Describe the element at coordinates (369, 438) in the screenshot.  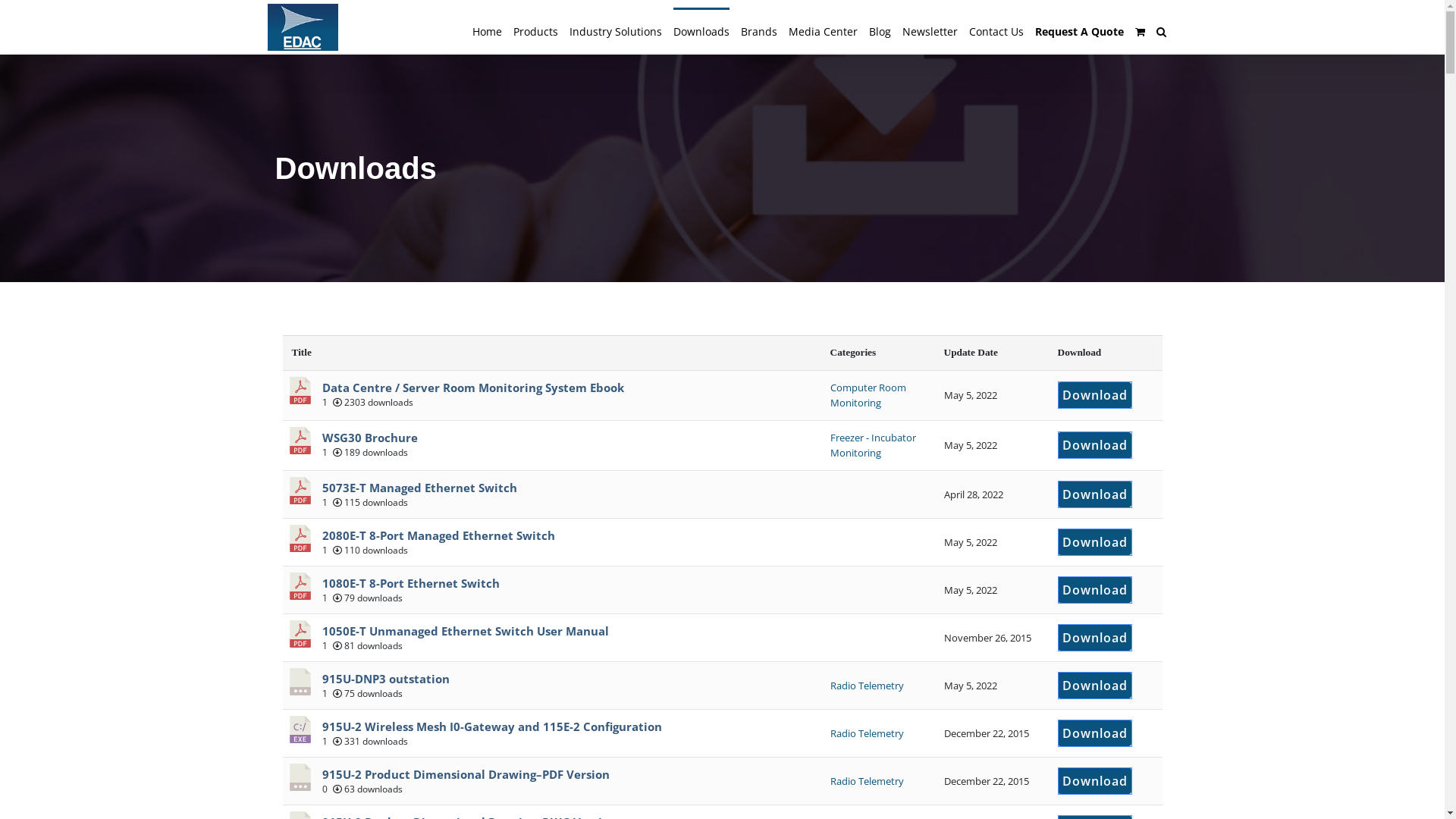
I see `'WSG30 Brochure'` at that location.